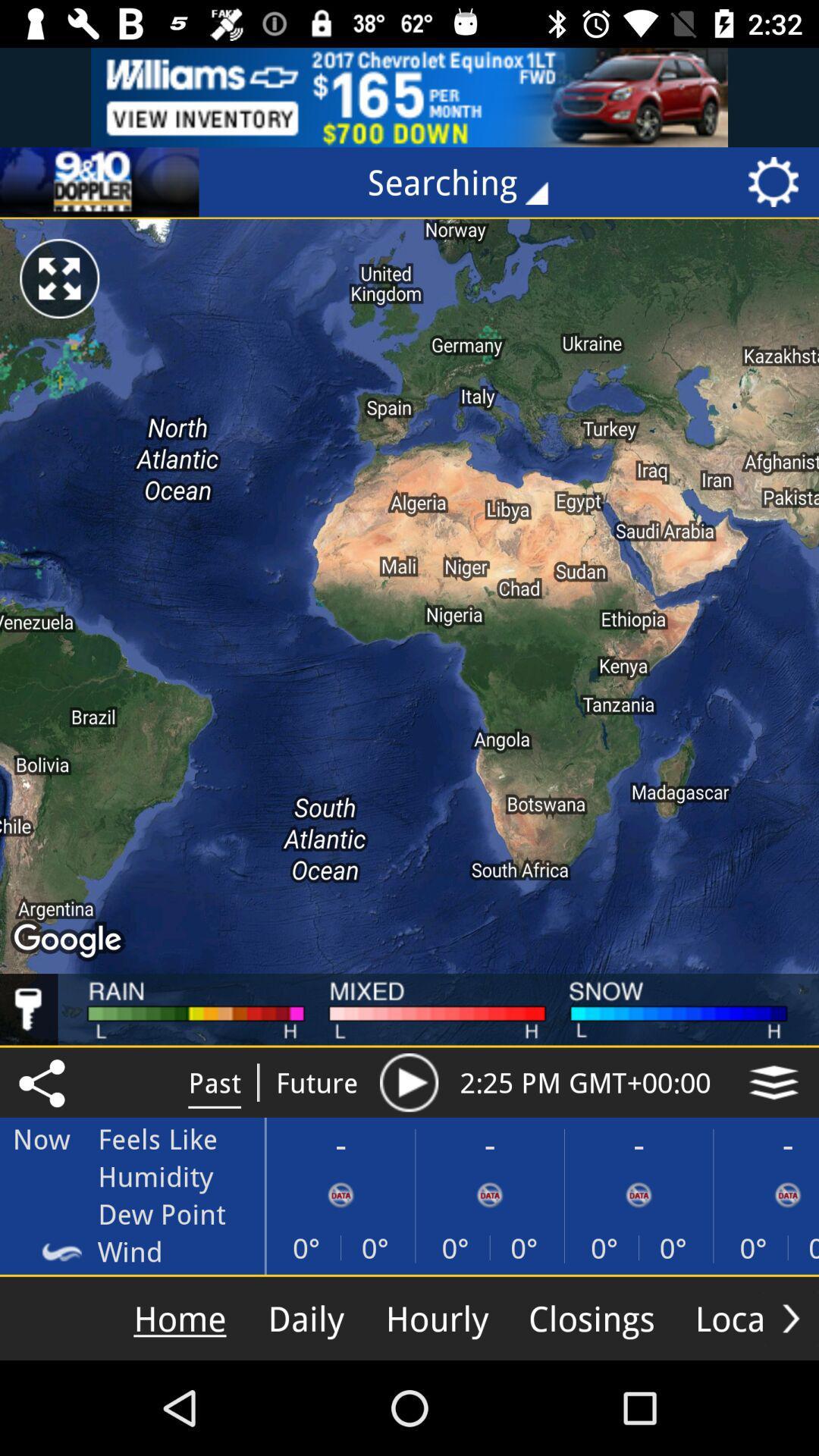  Describe the element at coordinates (773, 1081) in the screenshot. I see `the layers icon` at that location.